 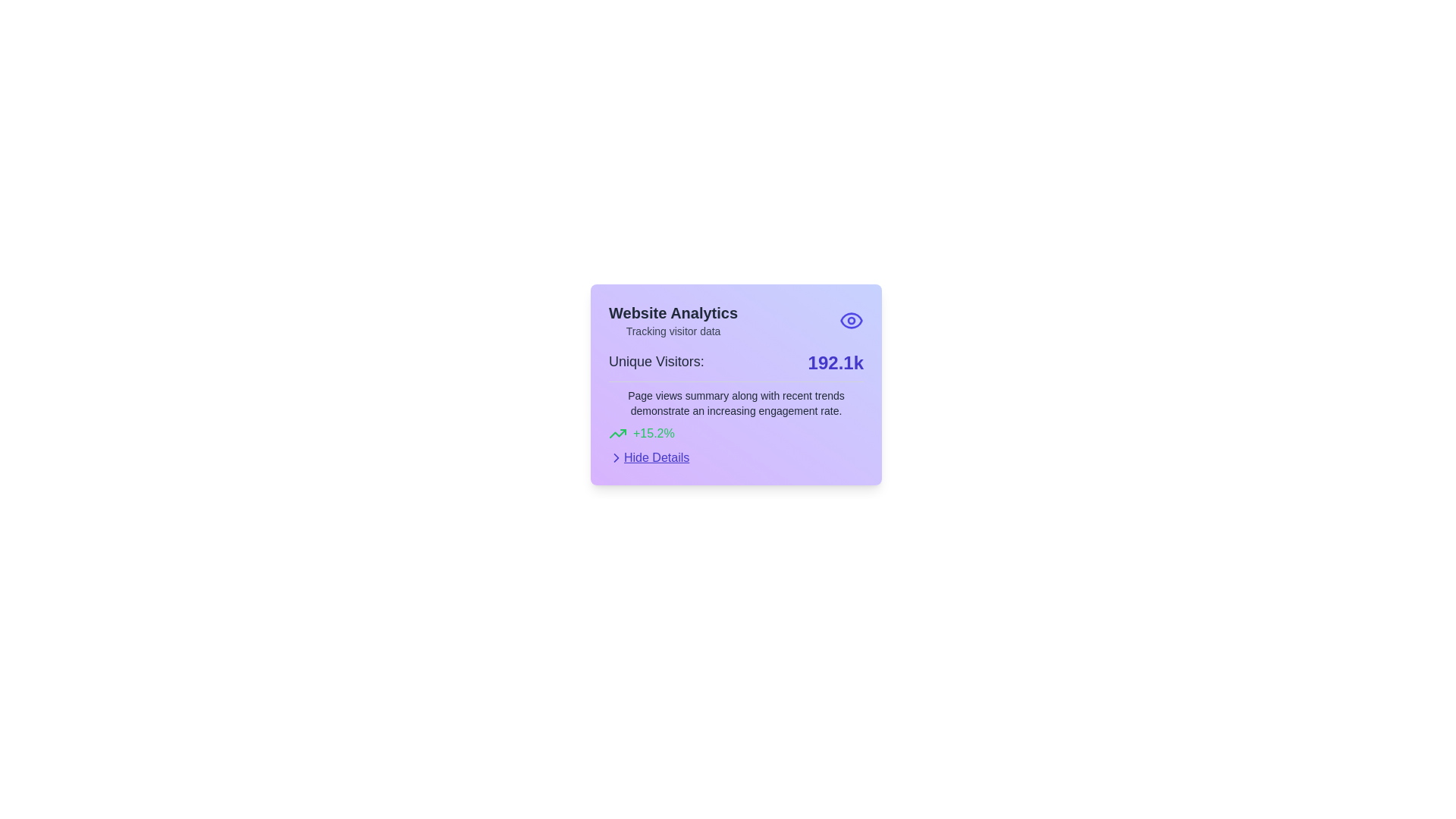 I want to click on the eye-shaped SVG icon representing visibility functionality located in the upper-right corner of the 'Website Analytics' box, so click(x=852, y=320).